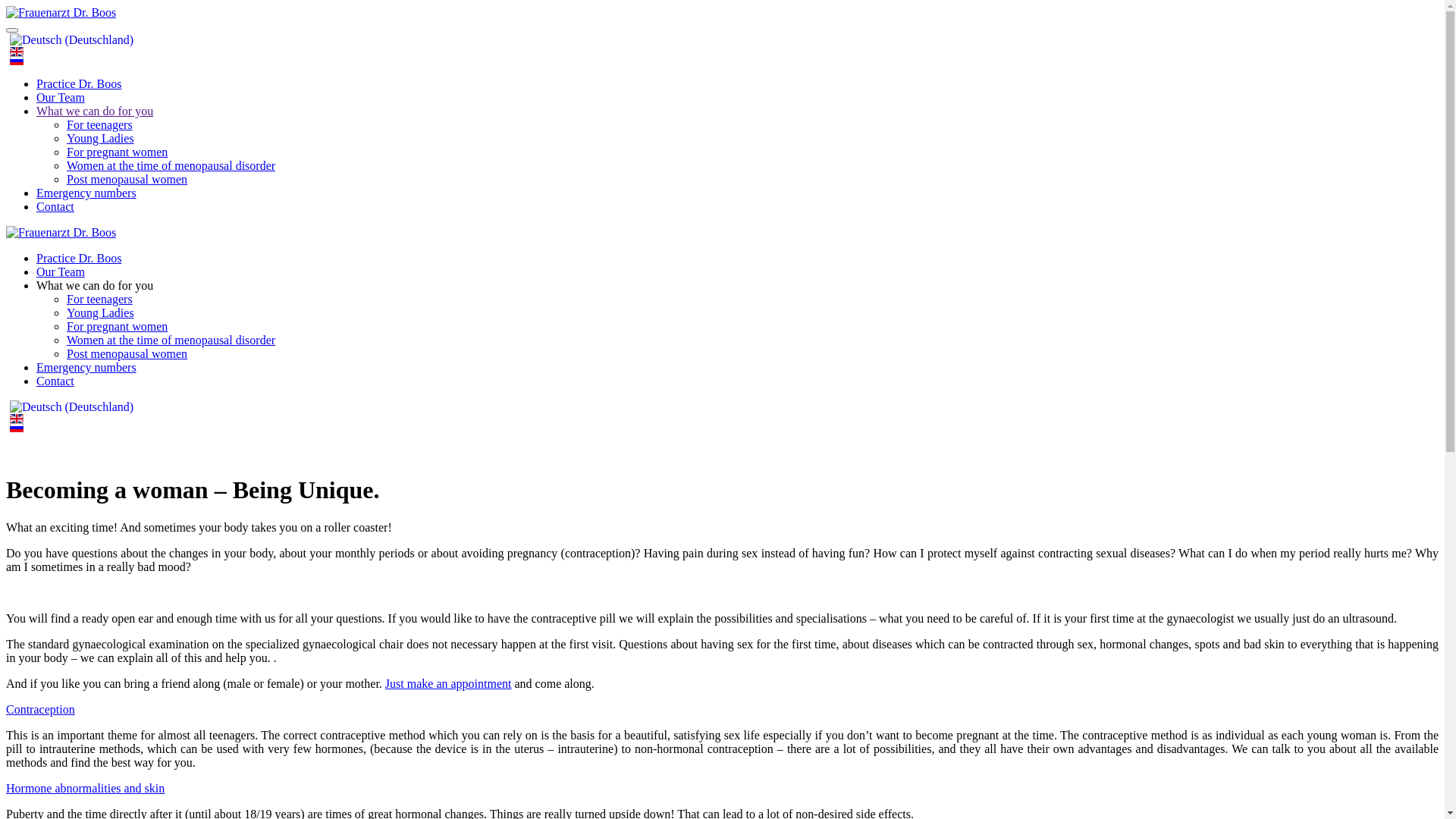  What do you see at coordinates (447, 683) in the screenshot?
I see `'Just make an appointment'` at bounding box center [447, 683].